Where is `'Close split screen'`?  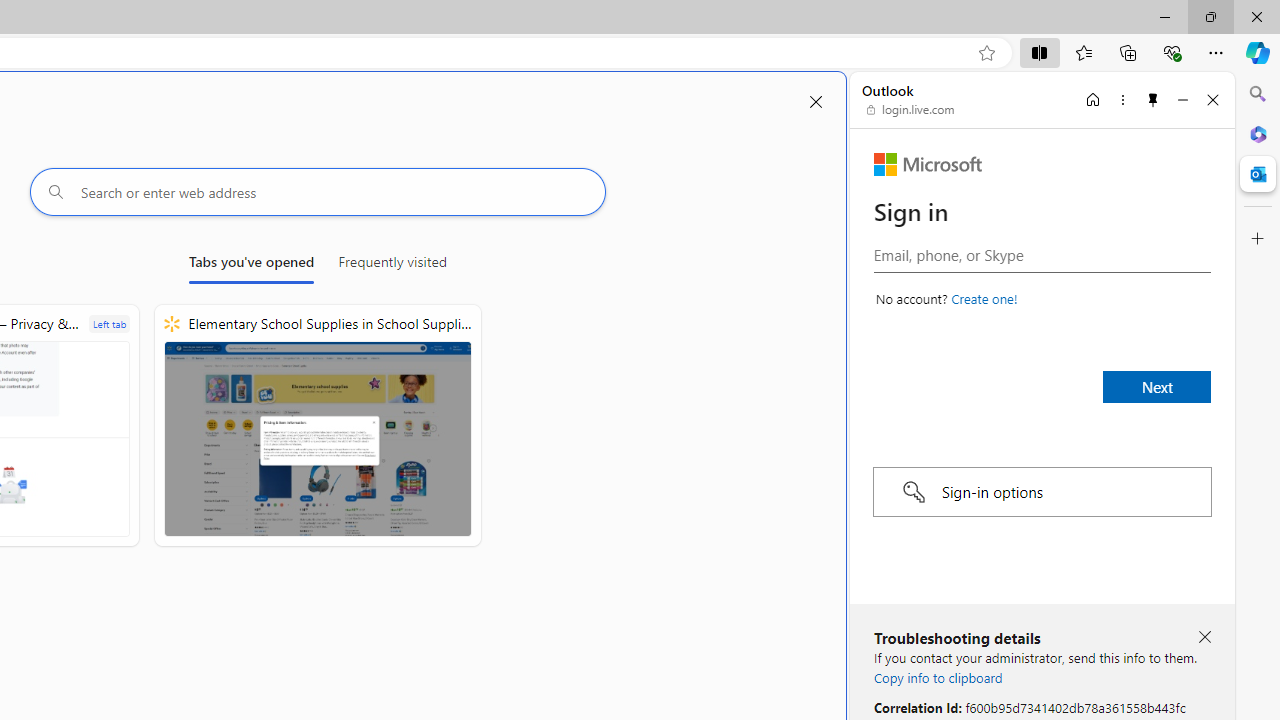
'Close split screen' is located at coordinates (816, 102).